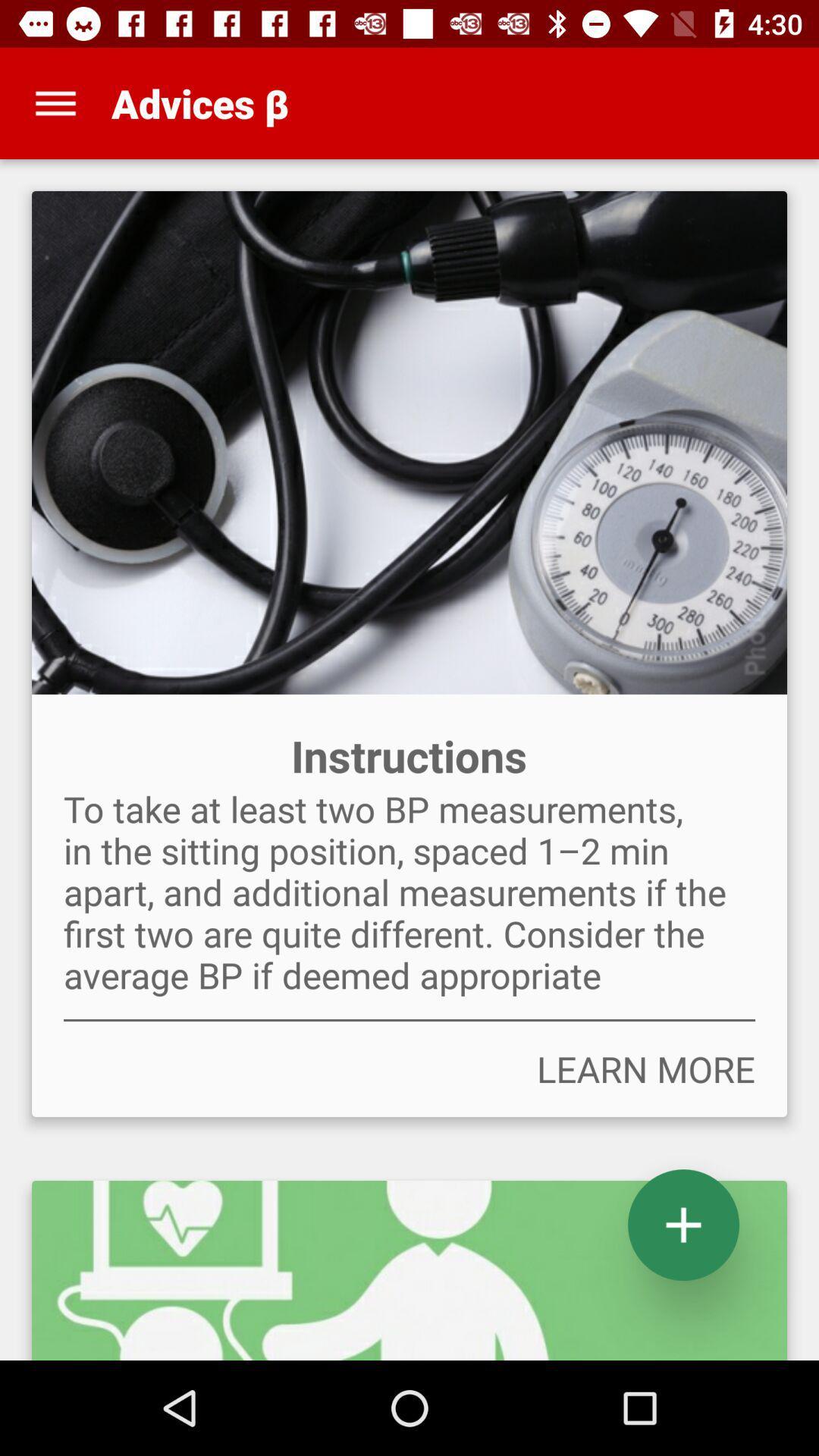  Describe the element at coordinates (55, 102) in the screenshot. I see `the item at the top left corner` at that location.